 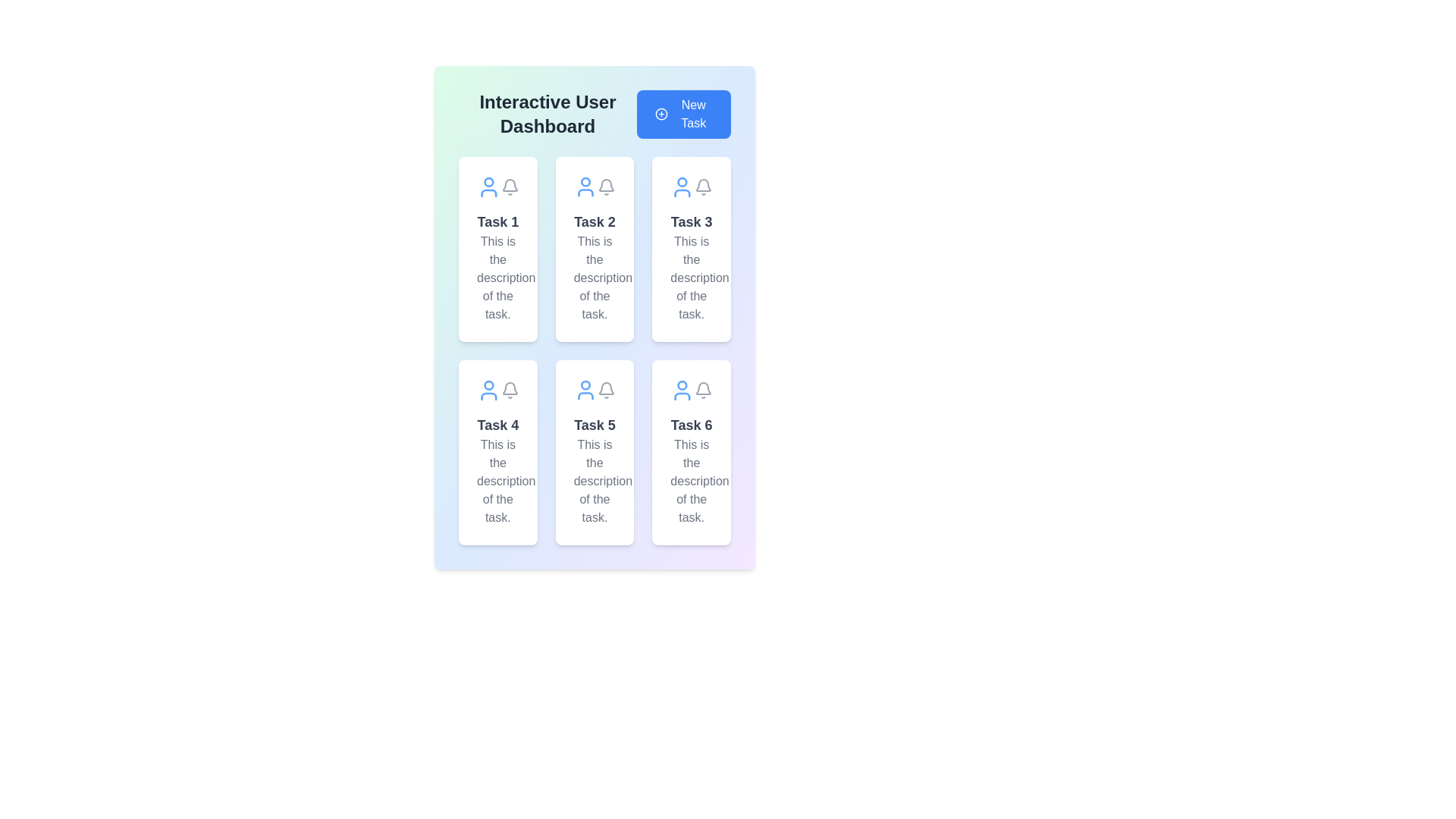 I want to click on the SVG Circle embedded within the user avatar icon located at the top of the second task card in the grid, so click(x=585, y=181).